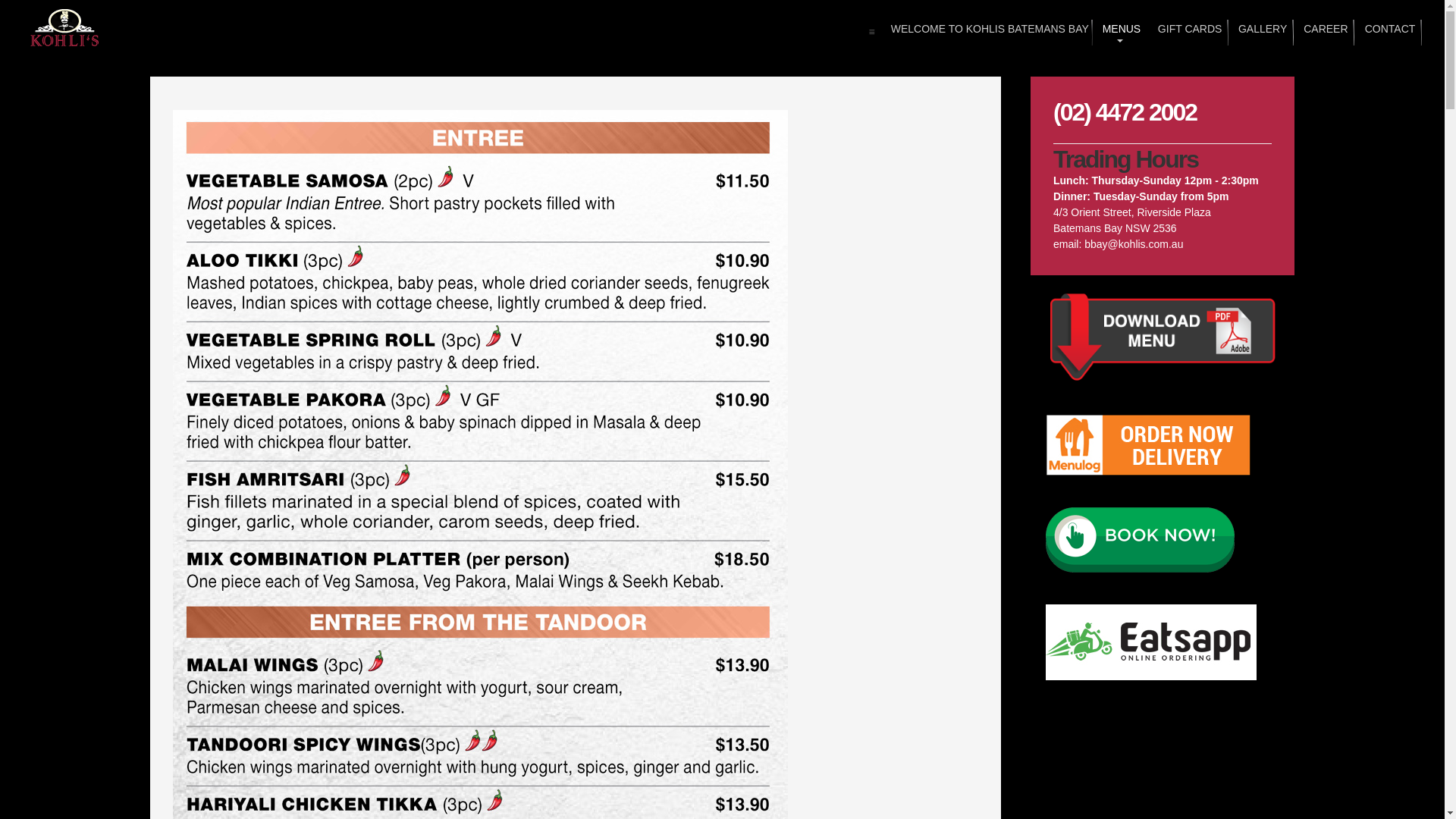 The width and height of the screenshot is (1456, 819). Describe the element at coordinates (1323, 32) in the screenshot. I see `'CAREER'` at that location.